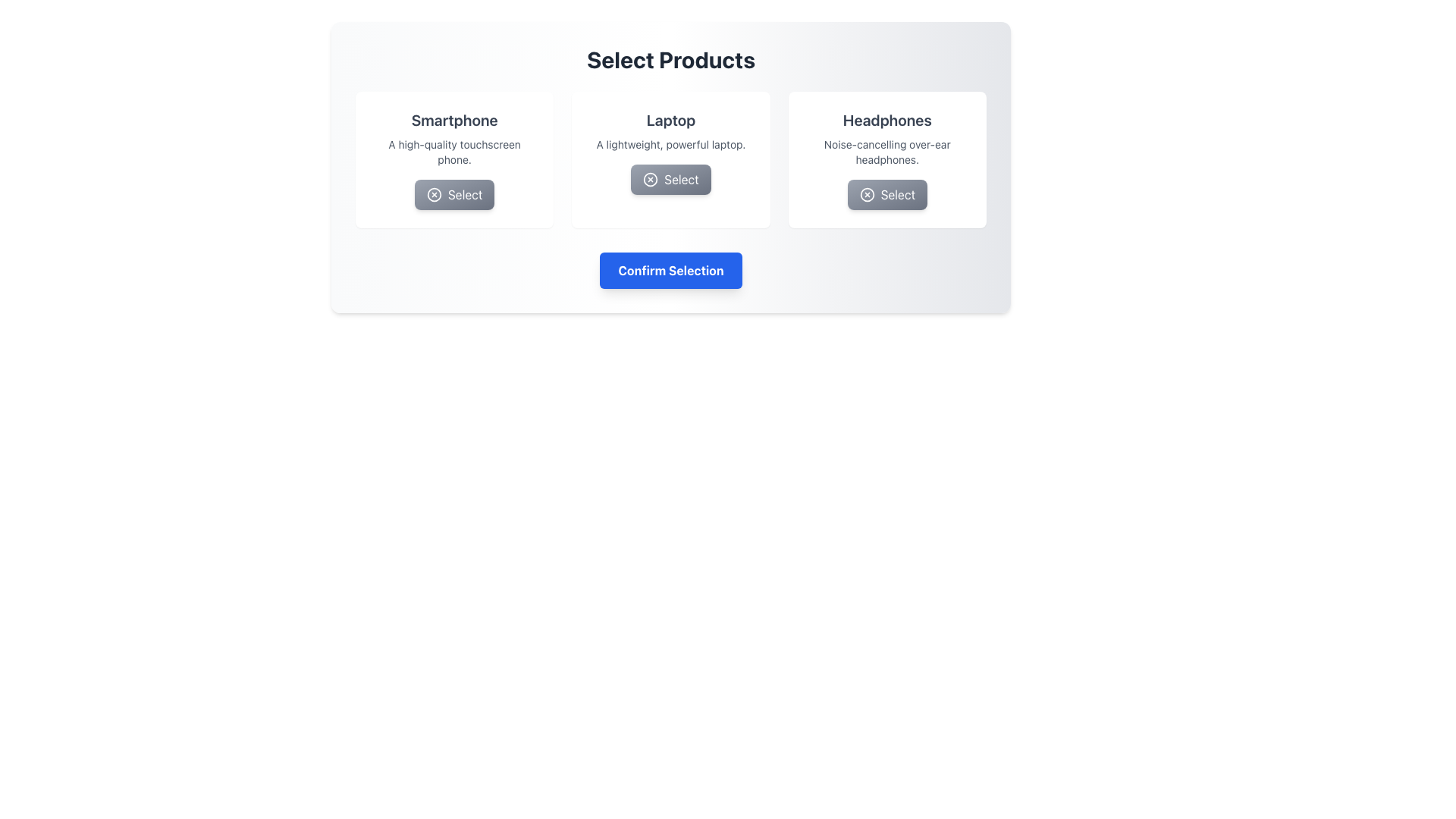 This screenshot has width=1456, height=819. What do you see at coordinates (670, 58) in the screenshot?
I see `bold headline text 'Select Products' which is centered at the top of the section, clearly visible above the product cards` at bounding box center [670, 58].